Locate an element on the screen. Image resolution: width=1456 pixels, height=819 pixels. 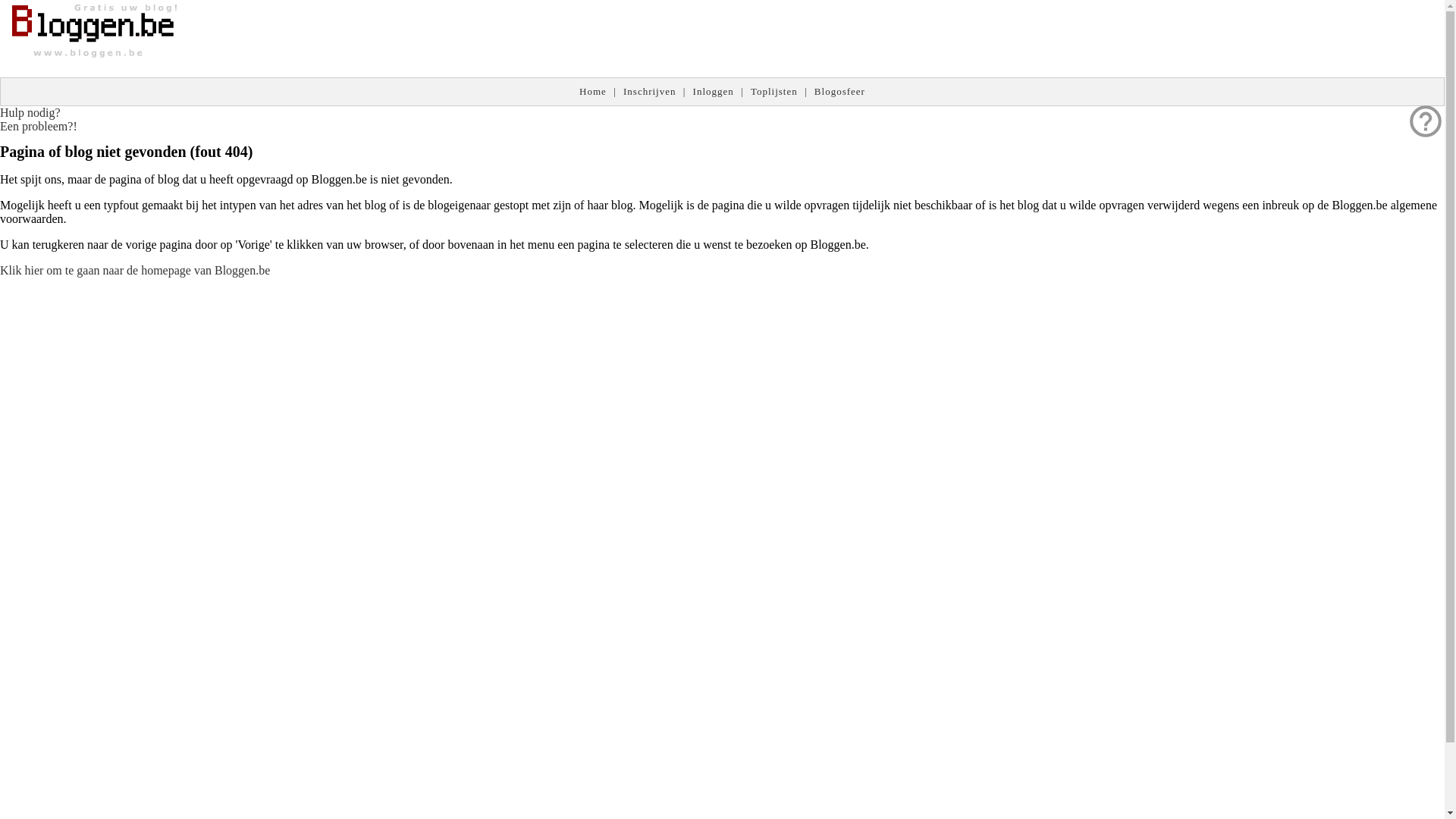
'Klik hier om te gaan naar de homepage van Bloggen.be' is located at coordinates (0, 269).